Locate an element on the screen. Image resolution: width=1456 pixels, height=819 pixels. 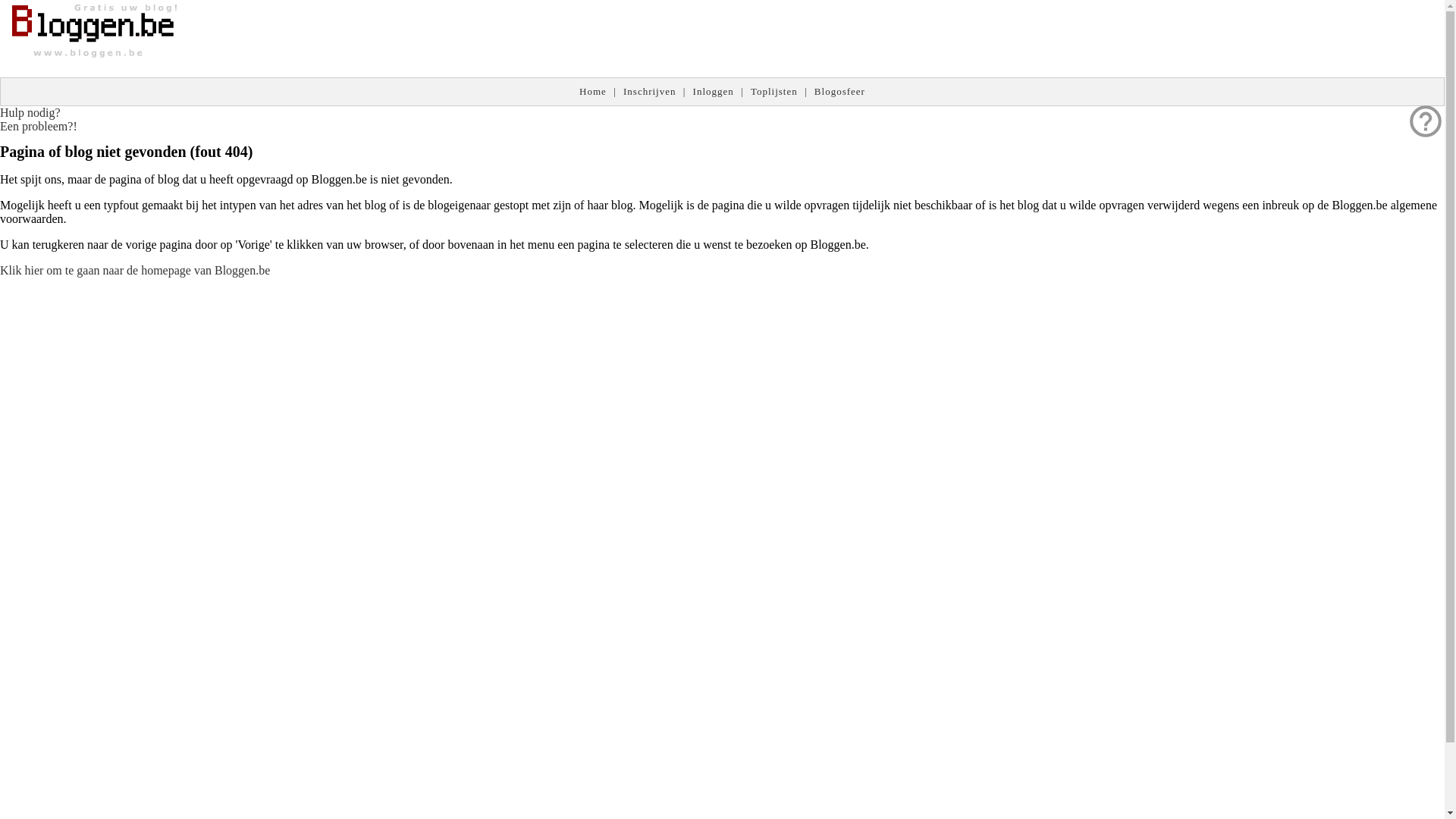
'Klik hier om te gaan naar de homepage van Bloggen.be' is located at coordinates (0, 269).